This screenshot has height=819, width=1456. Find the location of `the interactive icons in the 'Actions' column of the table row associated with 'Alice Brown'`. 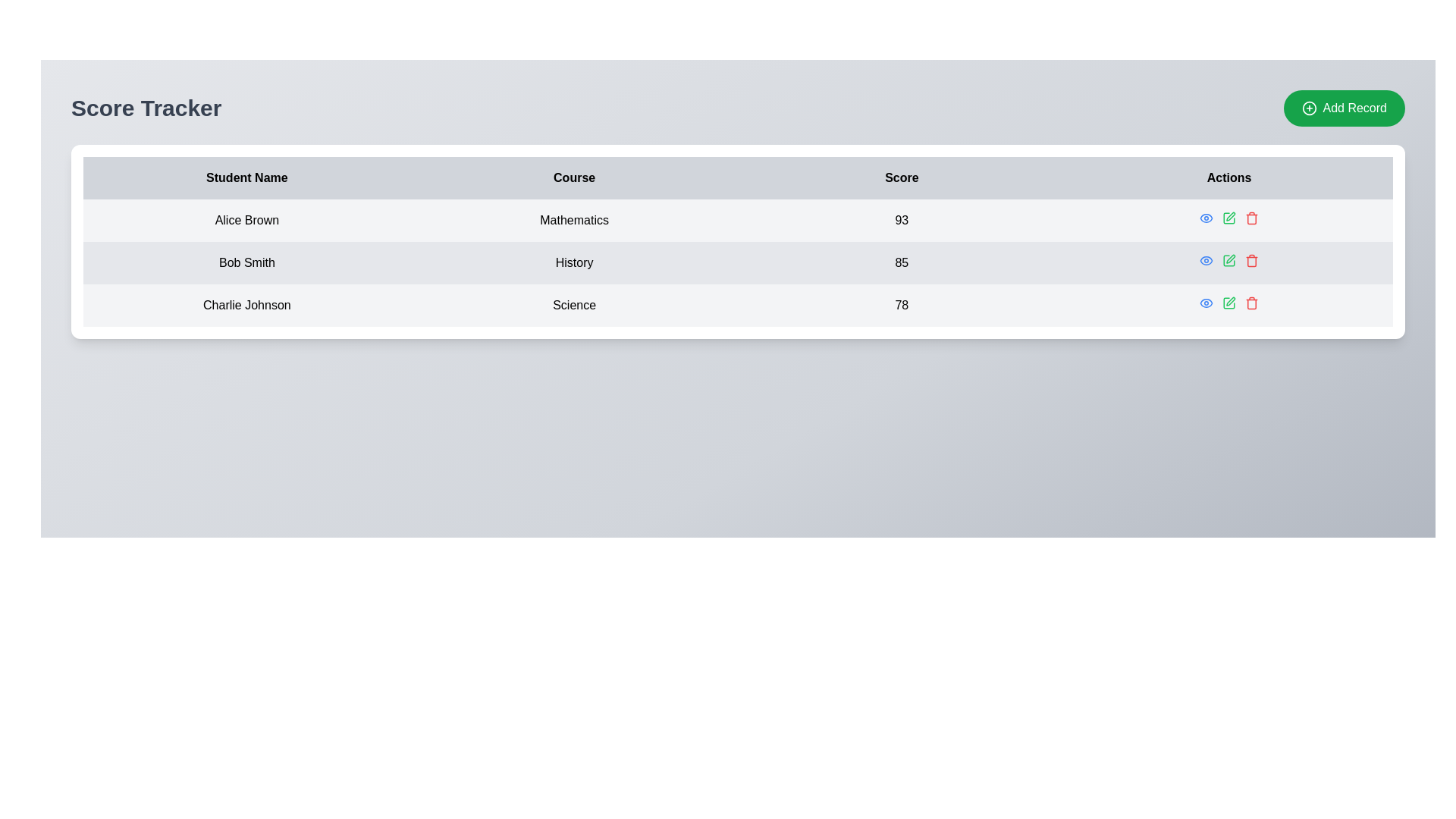

the interactive icons in the 'Actions' column of the table row associated with 'Alice Brown' is located at coordinates (1229, 218).